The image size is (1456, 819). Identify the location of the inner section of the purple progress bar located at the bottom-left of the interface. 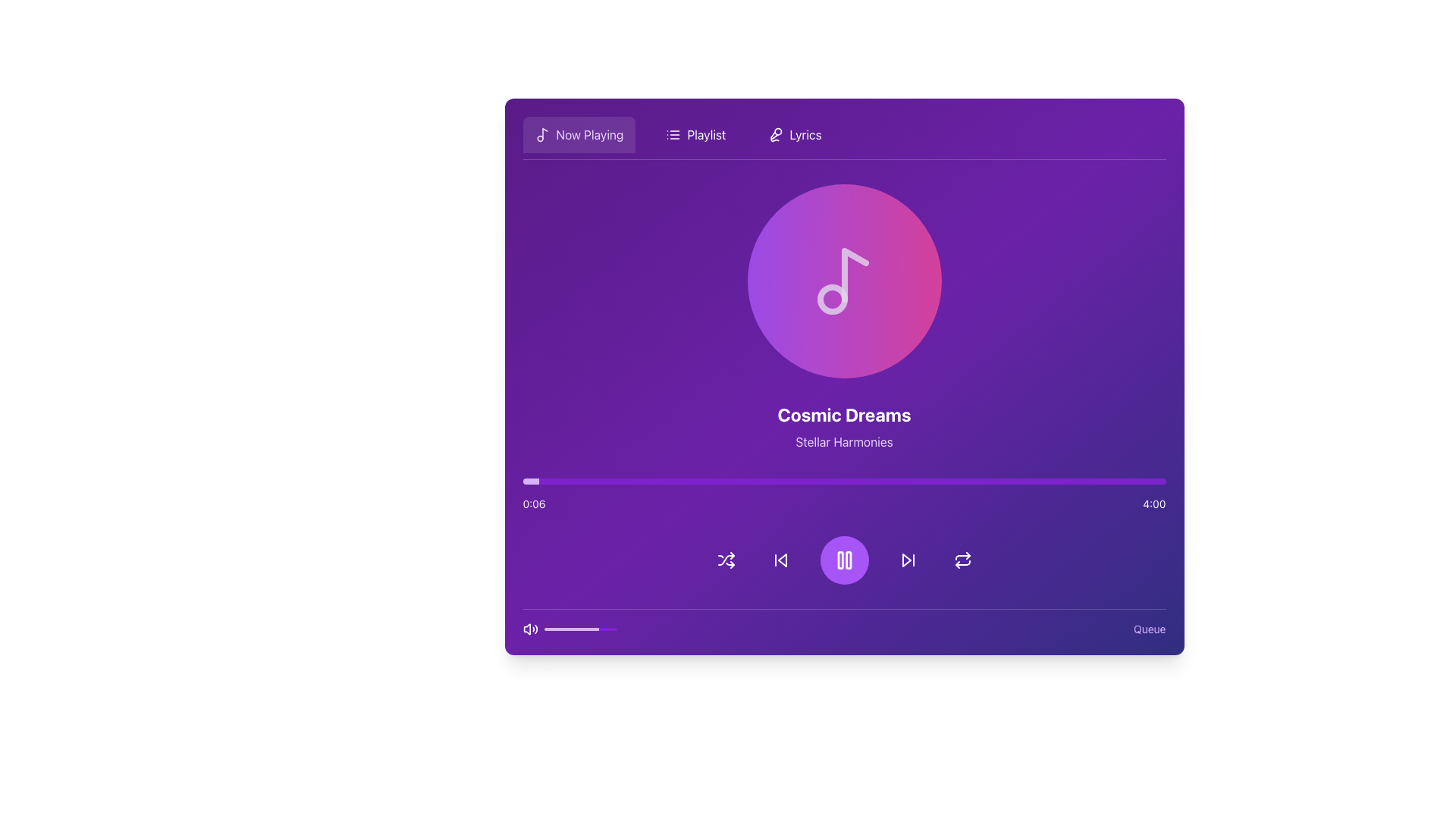
(579, 629).